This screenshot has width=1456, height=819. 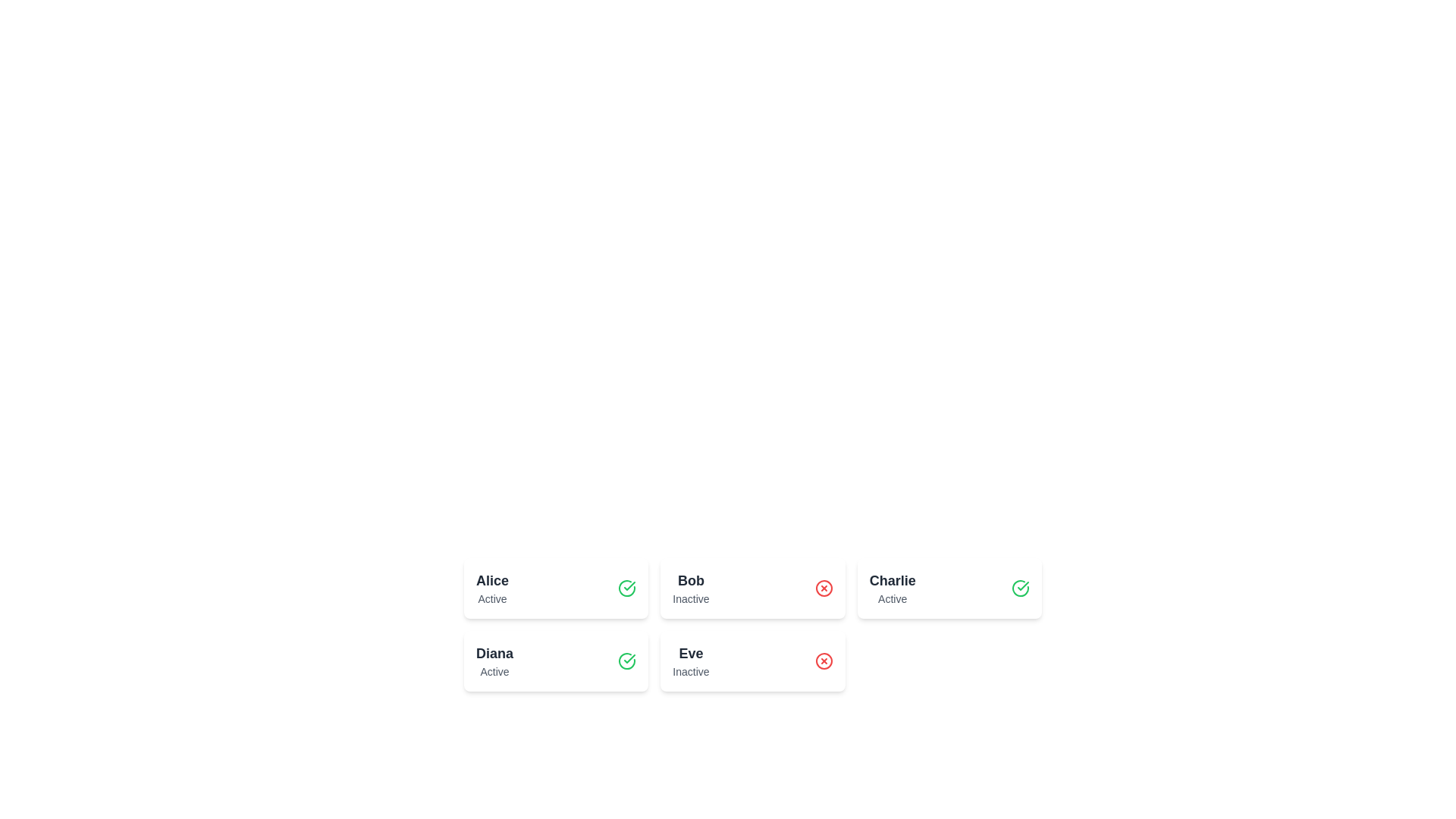 What do you see at coordinates (690, 652) in the screenshot?
I see `the text label reading 'Eve' which is styled with a bold font and dark gray color, located within a card component above 'Inactive'` at bounding box center [690, 652].